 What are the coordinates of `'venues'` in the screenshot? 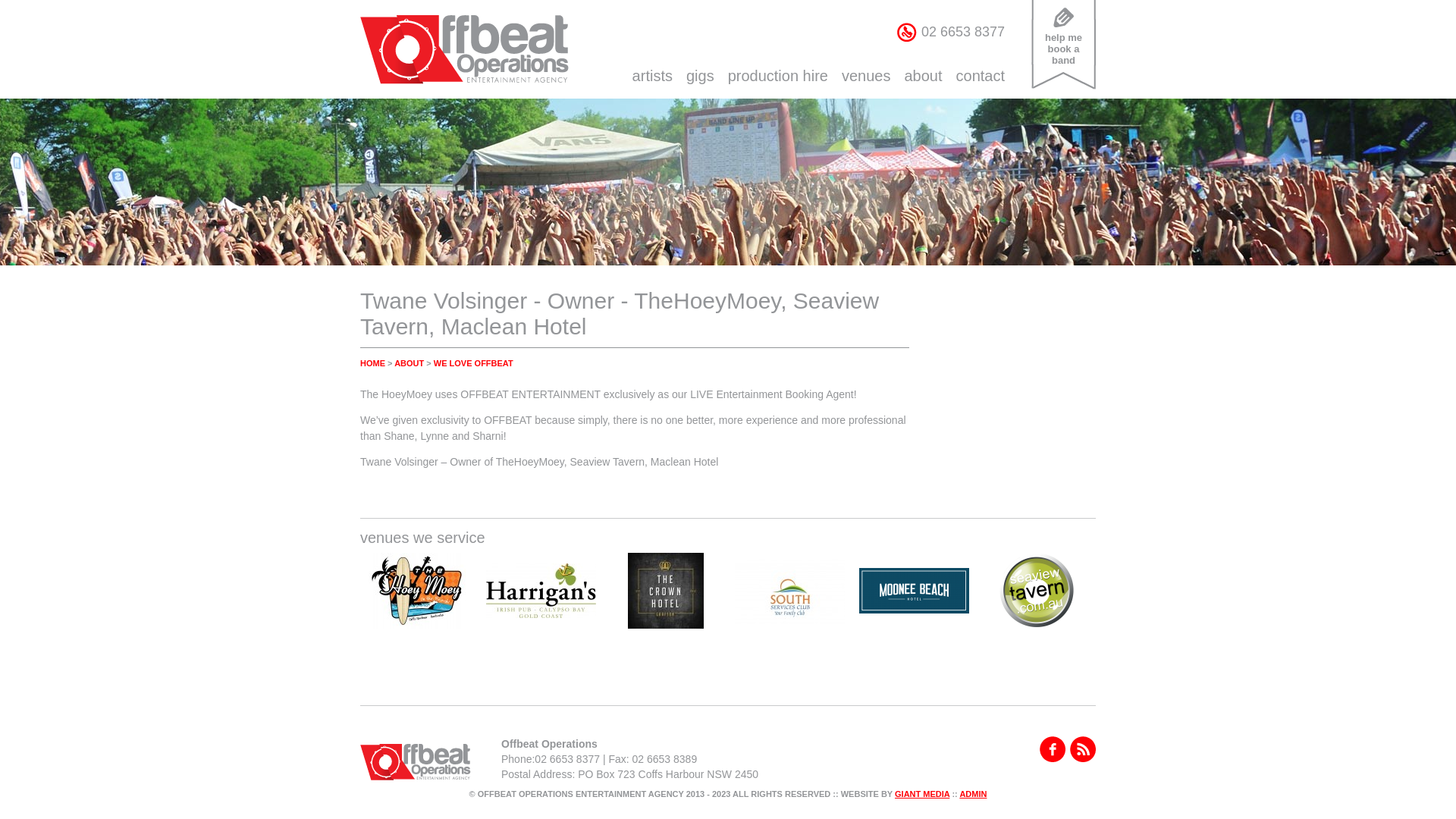 It's located at (866, 76).